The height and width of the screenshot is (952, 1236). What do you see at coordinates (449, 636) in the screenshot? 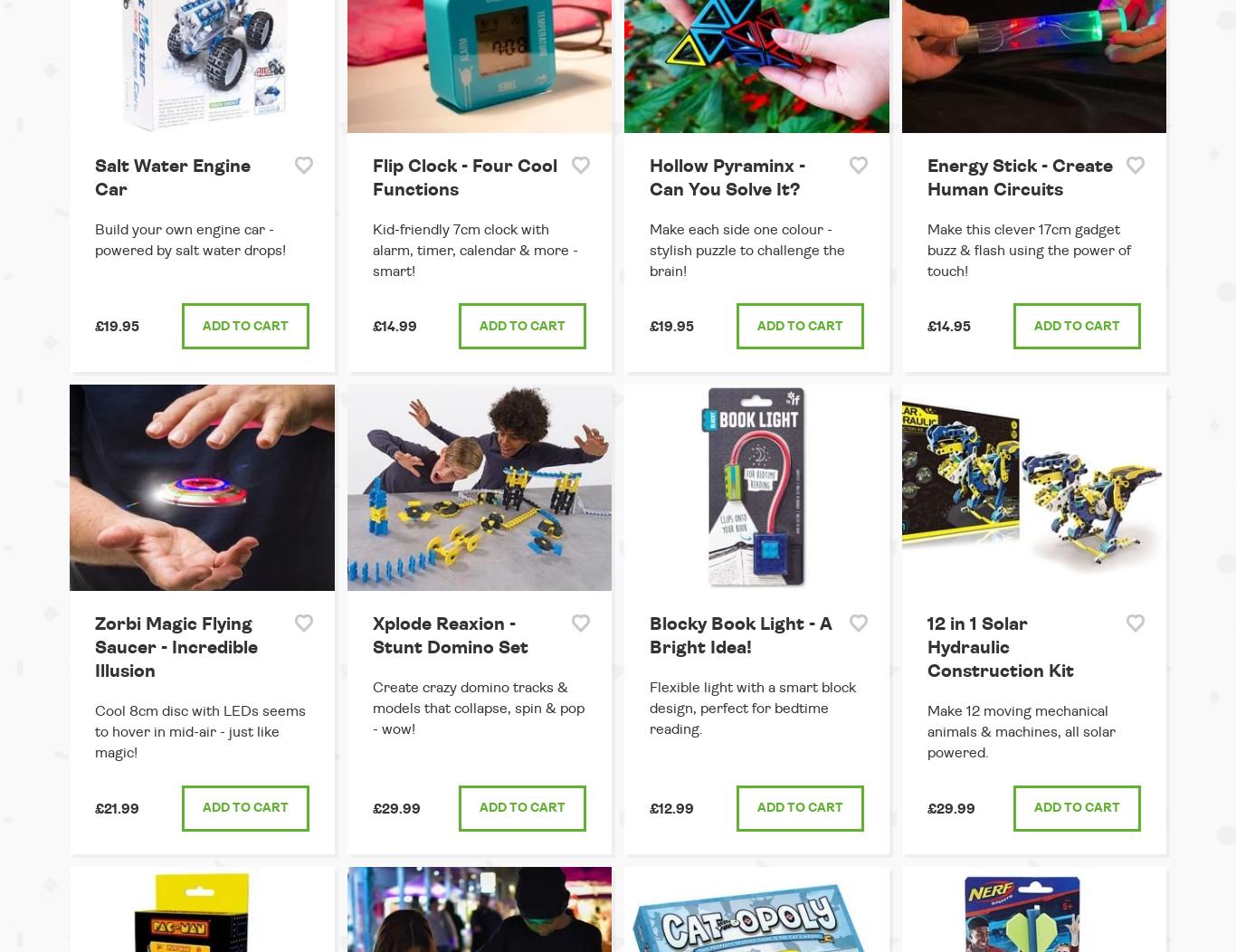
I see `'Xplode Reaxion - Stunt Domino Set'` at bounding box center [449, 636].